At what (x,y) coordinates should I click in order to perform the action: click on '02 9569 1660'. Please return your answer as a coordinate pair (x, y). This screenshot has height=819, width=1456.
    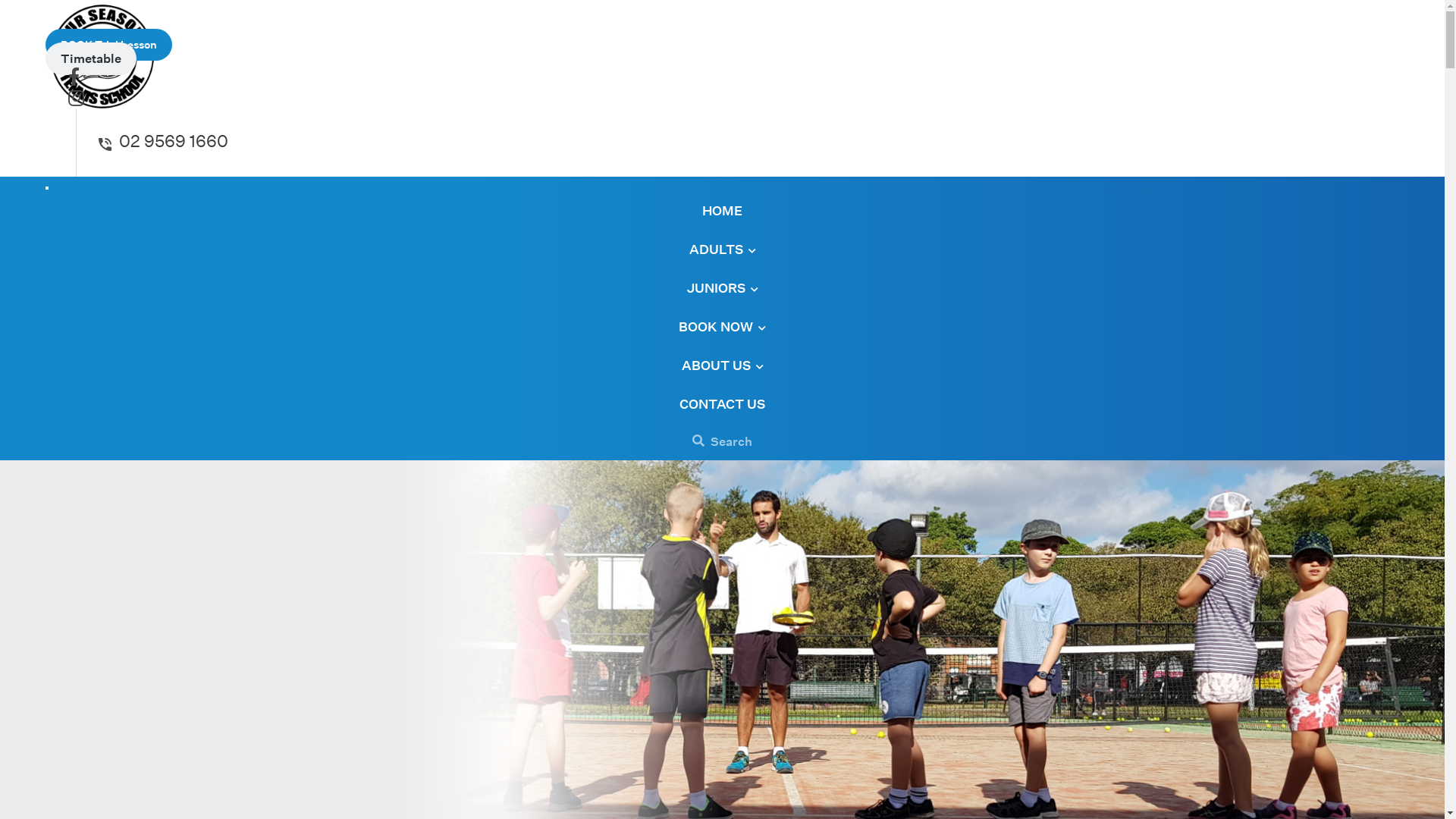
    Looking at the image, I should click on (163, 140).